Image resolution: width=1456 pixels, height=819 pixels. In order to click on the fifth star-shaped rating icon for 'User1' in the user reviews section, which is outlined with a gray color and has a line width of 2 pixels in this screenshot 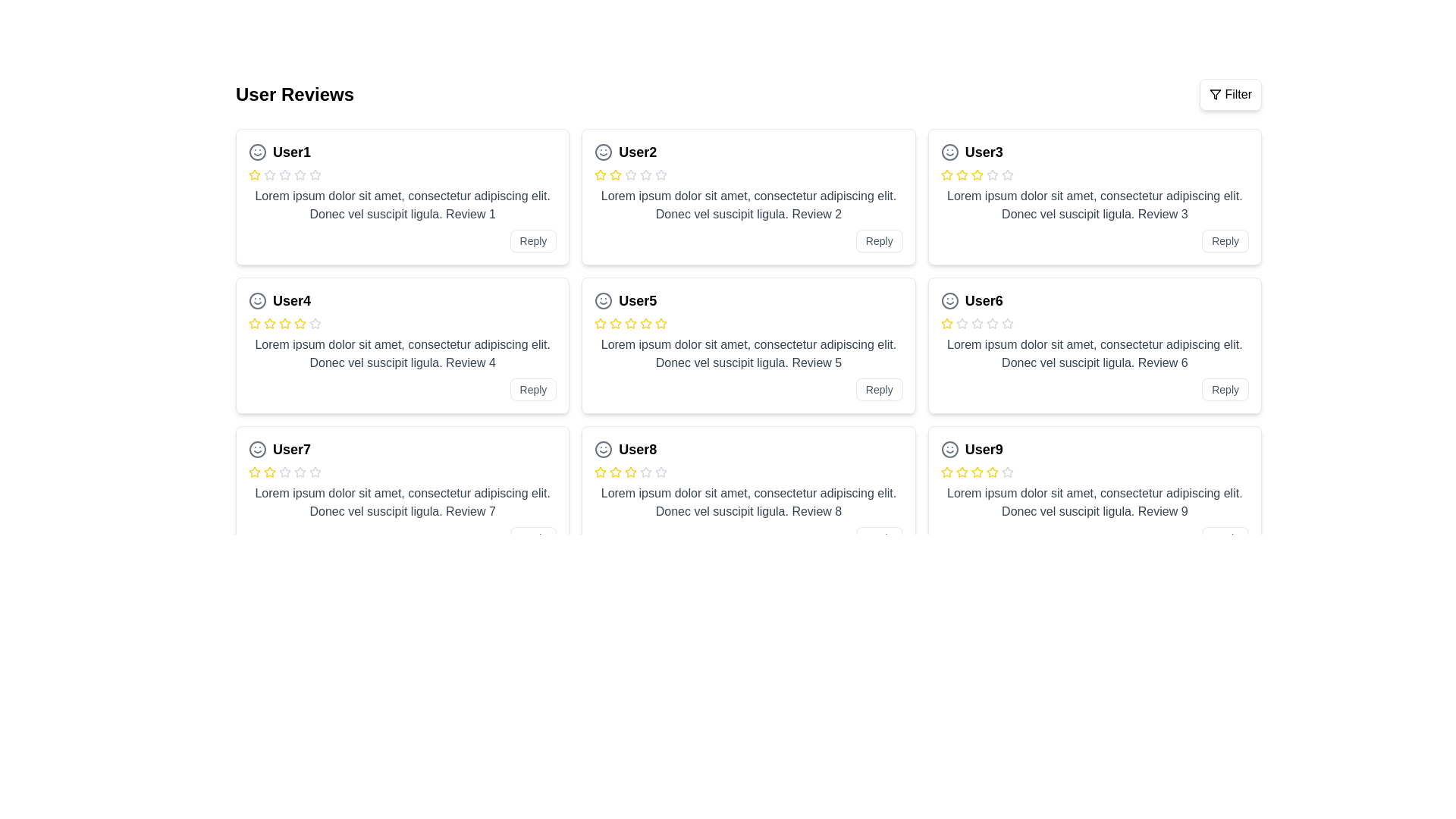, I will do `click(300, 174)`.